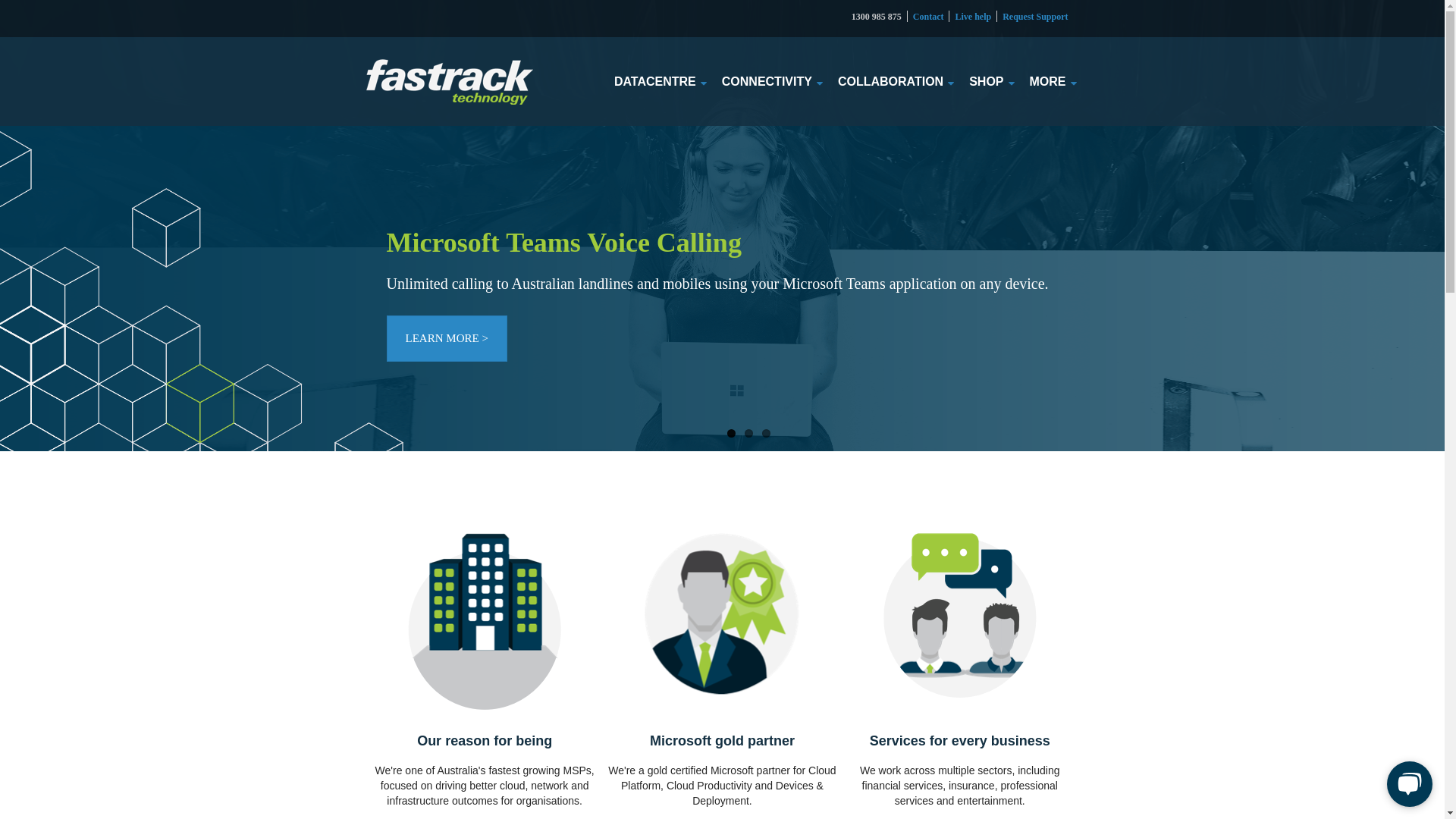  Describe the element at coordinates (748, 433) in the screenshot. I see `'2'` at that location.